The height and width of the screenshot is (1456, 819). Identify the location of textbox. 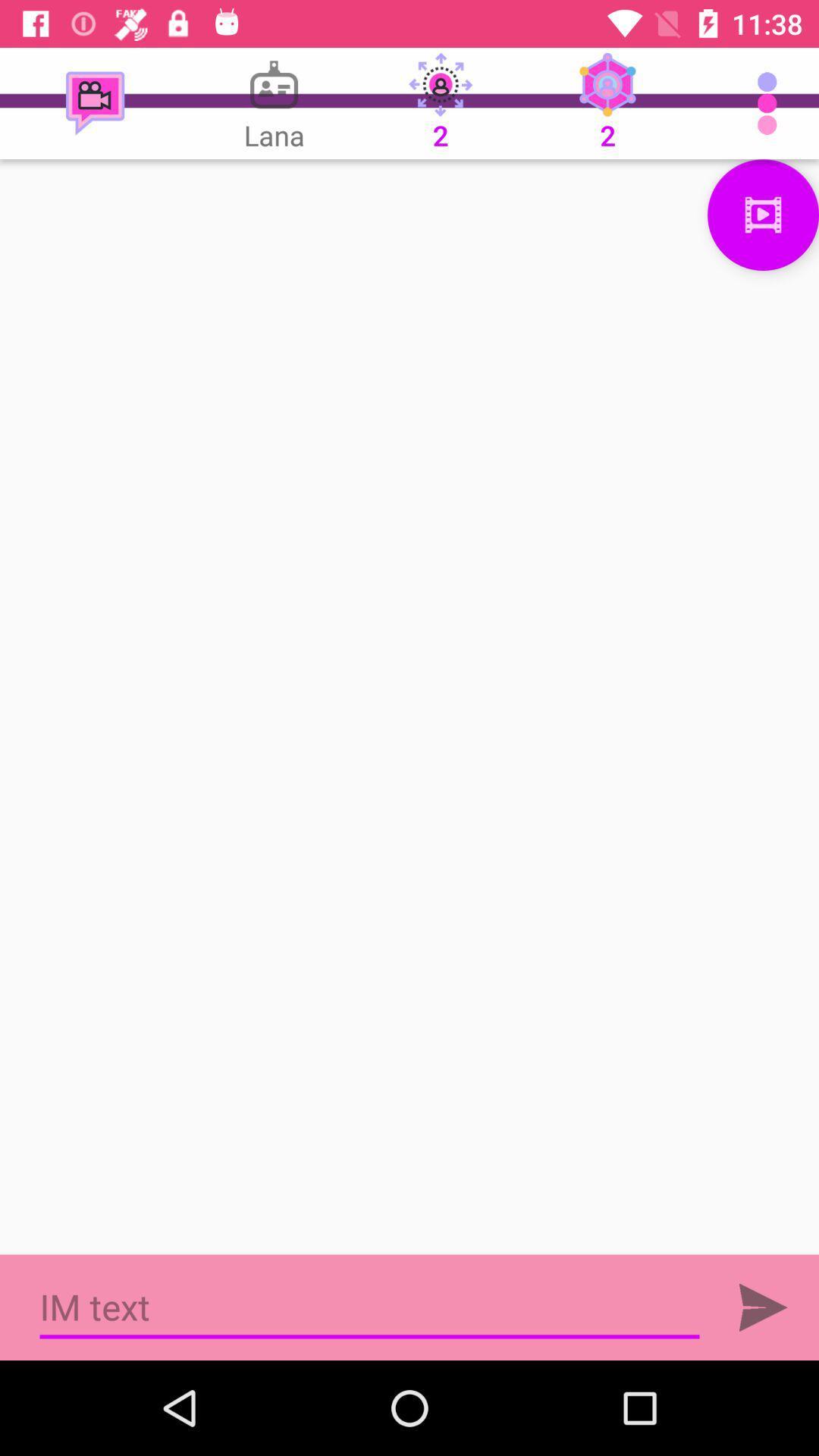
(369, 1307).